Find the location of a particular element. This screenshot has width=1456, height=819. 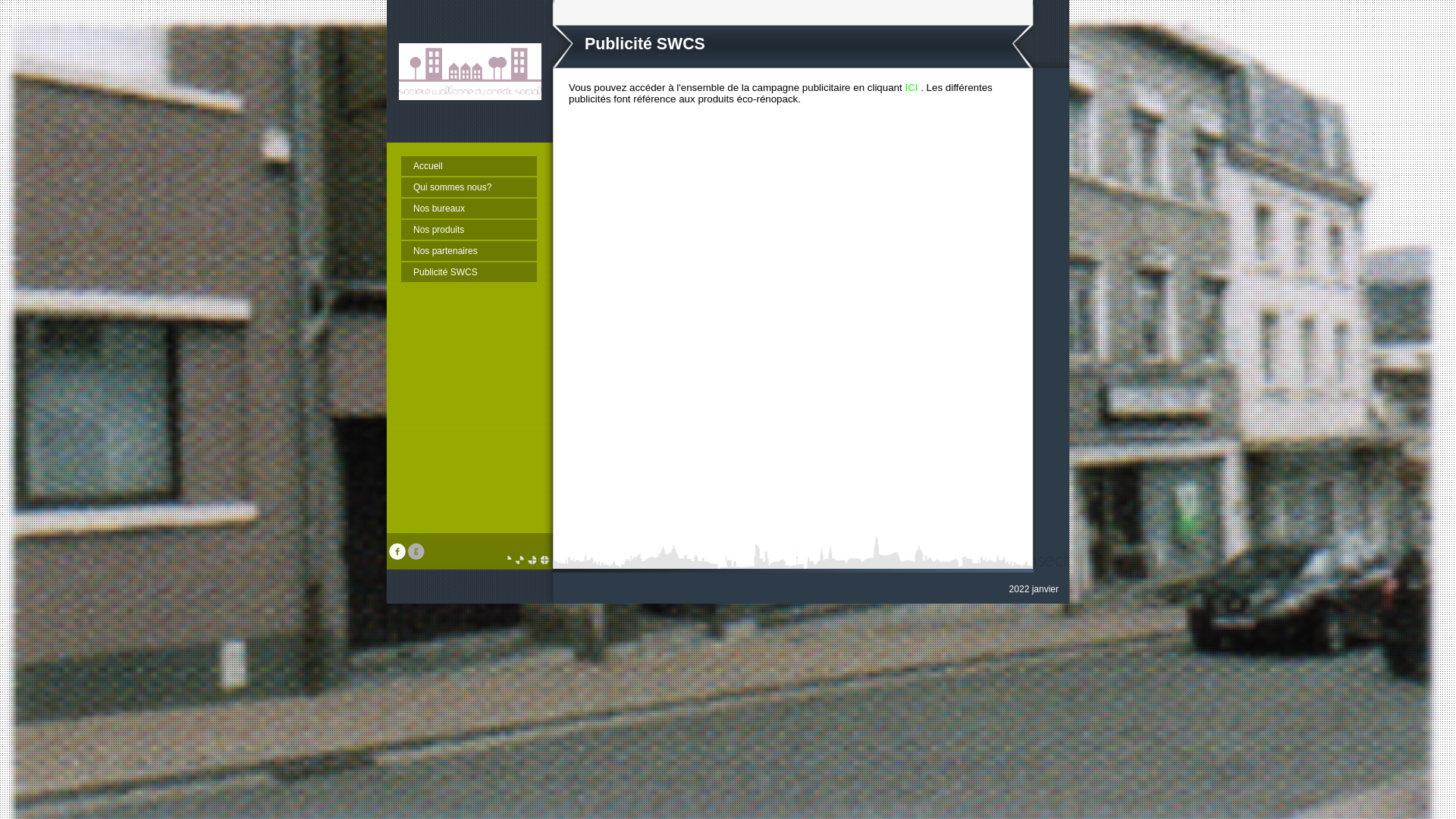

'Nos produits' is located at coordinates (400, 230).